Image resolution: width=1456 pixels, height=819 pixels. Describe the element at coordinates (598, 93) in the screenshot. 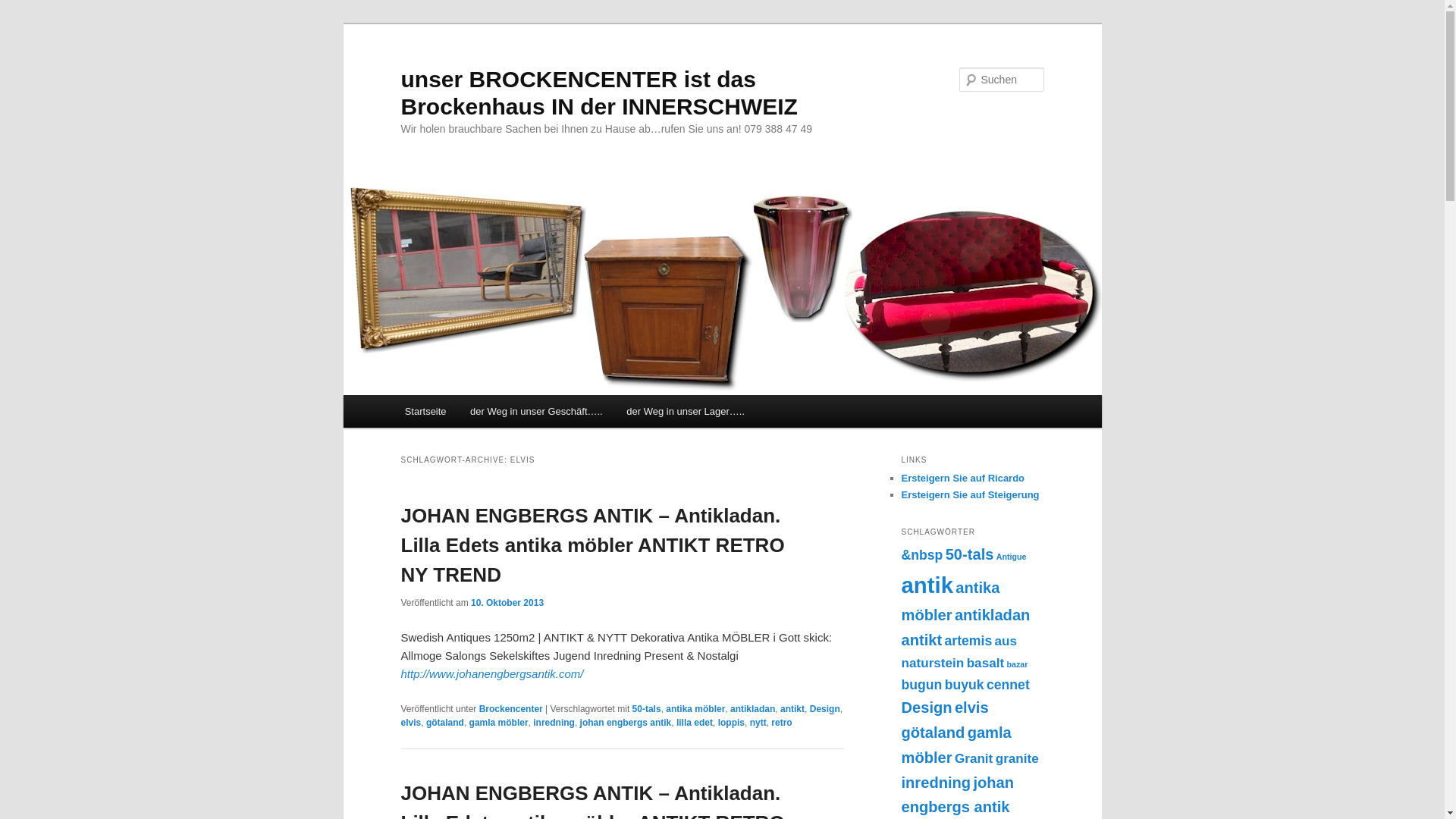

I see `'unser BROCKENCENTER ist das Brockenhaus IN der INNERSCHWEIZ'` at that location.